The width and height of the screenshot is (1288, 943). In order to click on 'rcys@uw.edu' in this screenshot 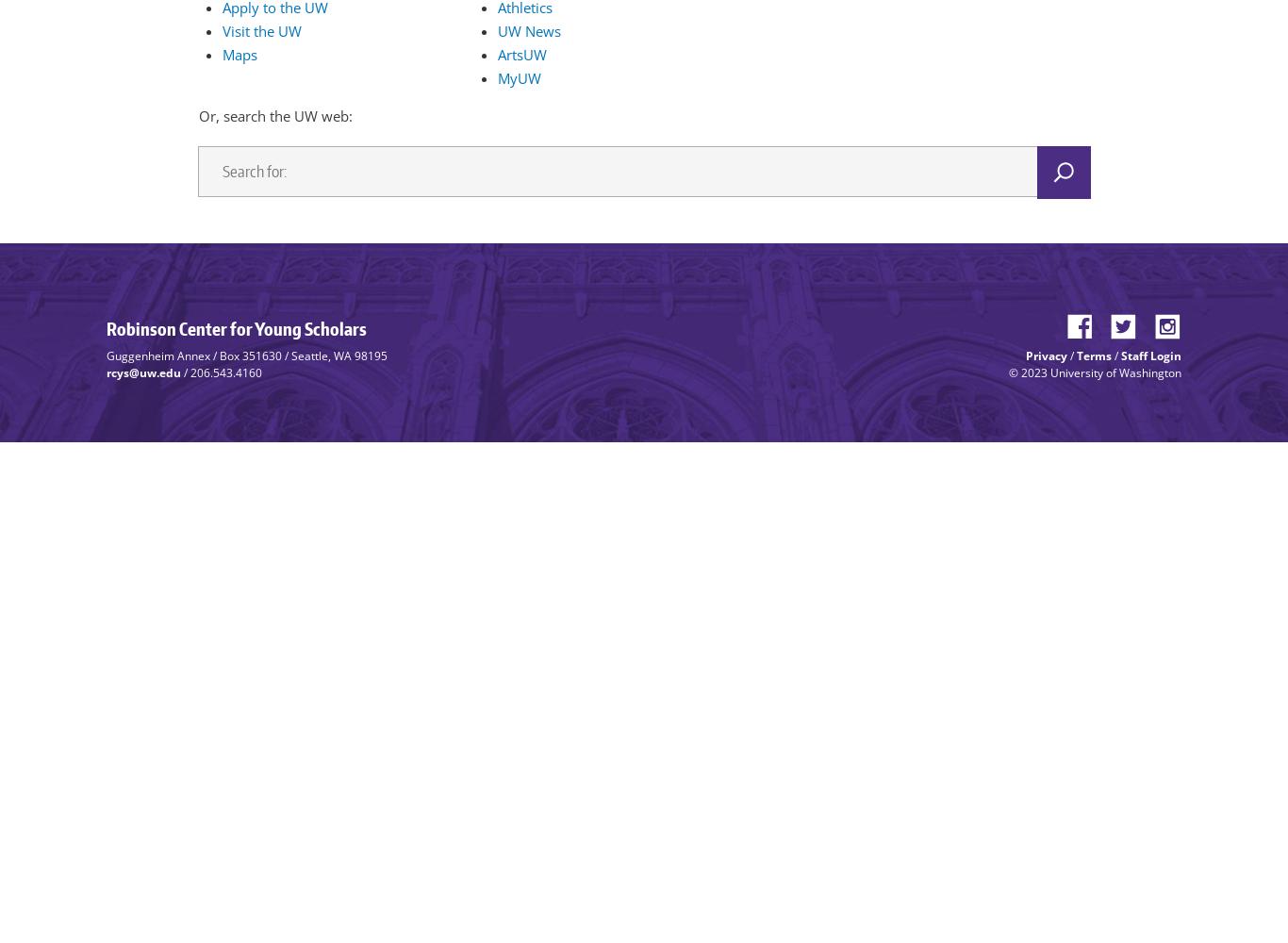, I will do `click(106, 372)`.